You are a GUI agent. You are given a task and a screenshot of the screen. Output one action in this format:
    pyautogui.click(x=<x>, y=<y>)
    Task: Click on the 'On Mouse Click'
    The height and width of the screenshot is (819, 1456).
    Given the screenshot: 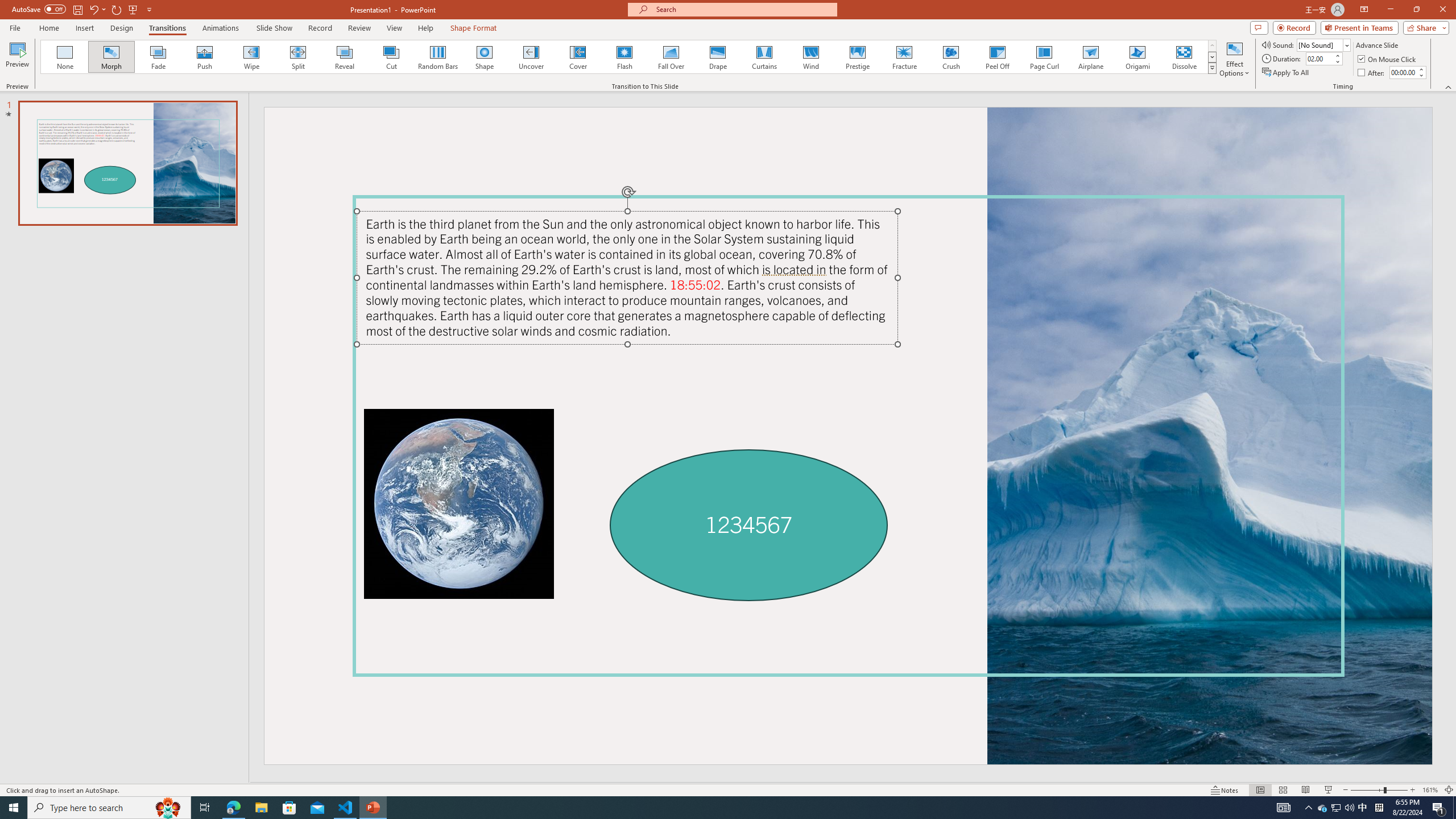 What is the action you would take?
    pyautogui.click(x=1387, y=59)
    